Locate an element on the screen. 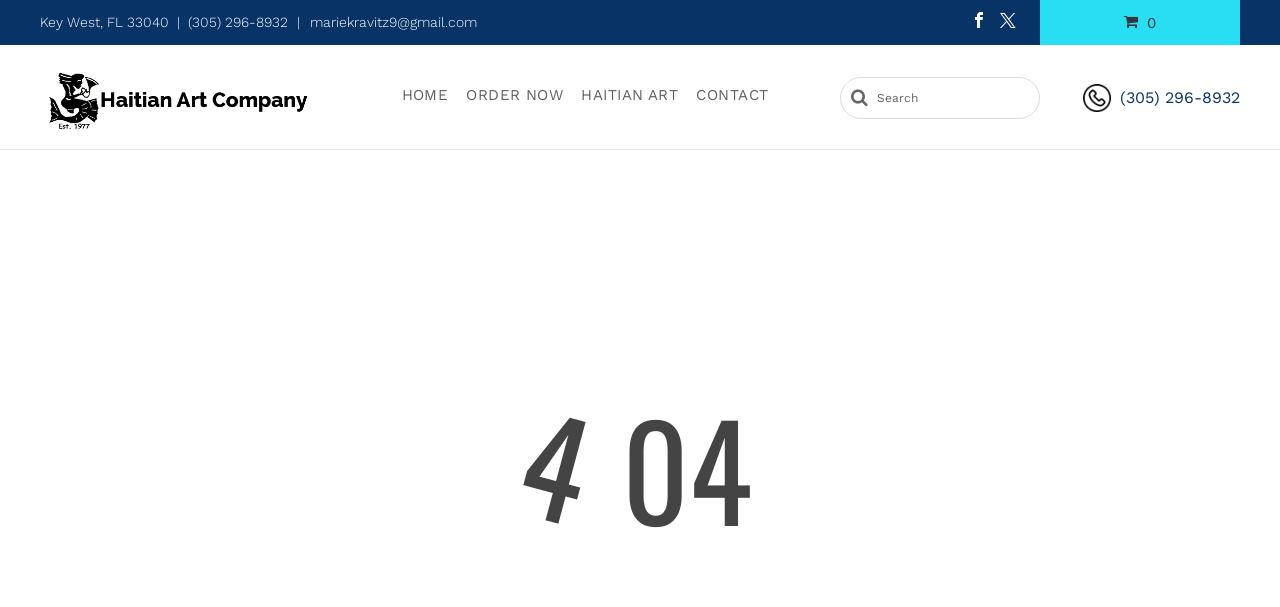 The height and width of the screenshot is (607, 1280). 'Home' is located at coordinates (423, 94).